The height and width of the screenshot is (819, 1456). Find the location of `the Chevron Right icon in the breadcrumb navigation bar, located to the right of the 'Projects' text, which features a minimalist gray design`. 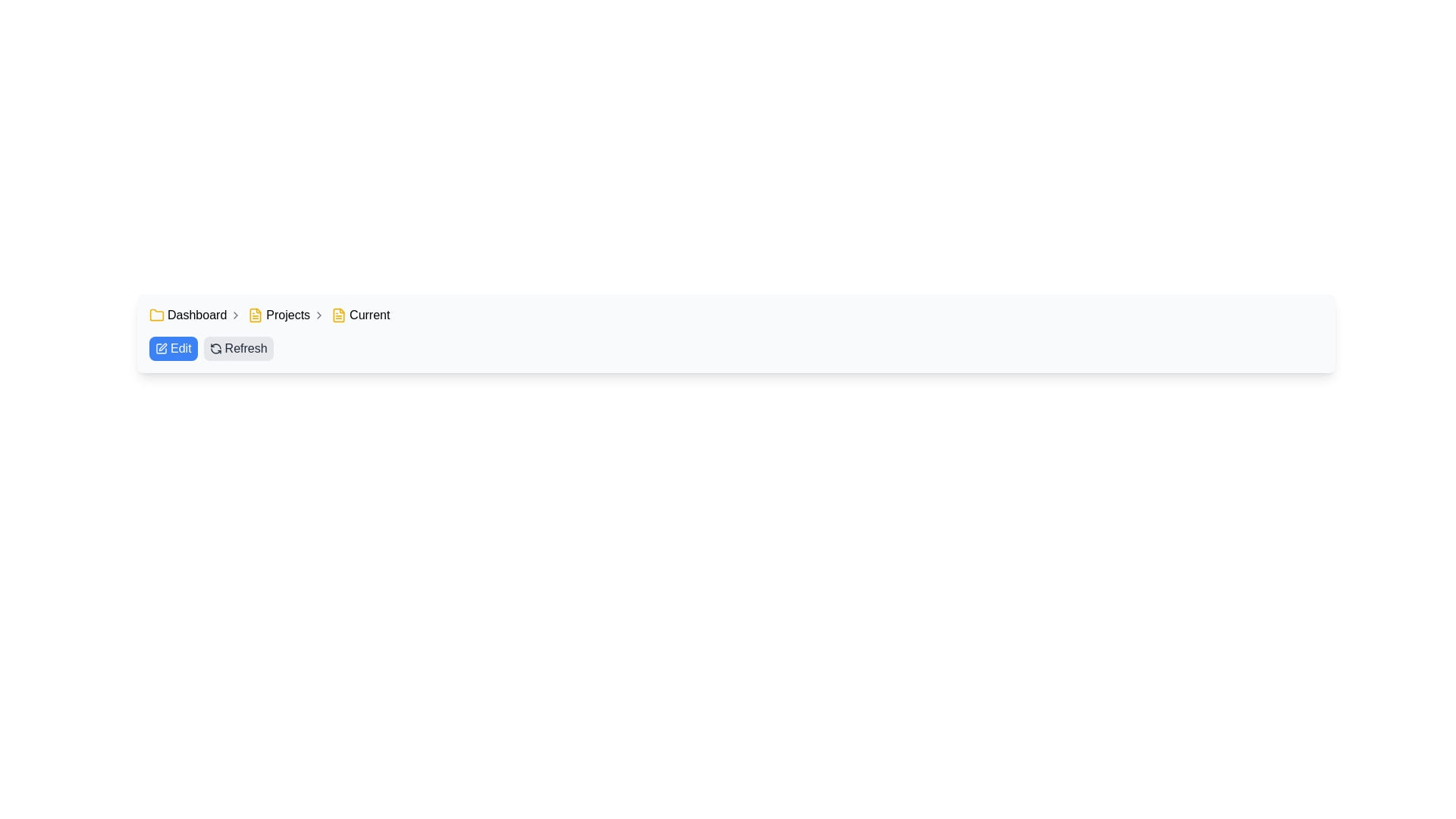

the Chevron Right icon in the breadcrumb navigation bar, located to the right of the 'Projects' text, which features a minimalist gray design is located at coordinates (318, 315).